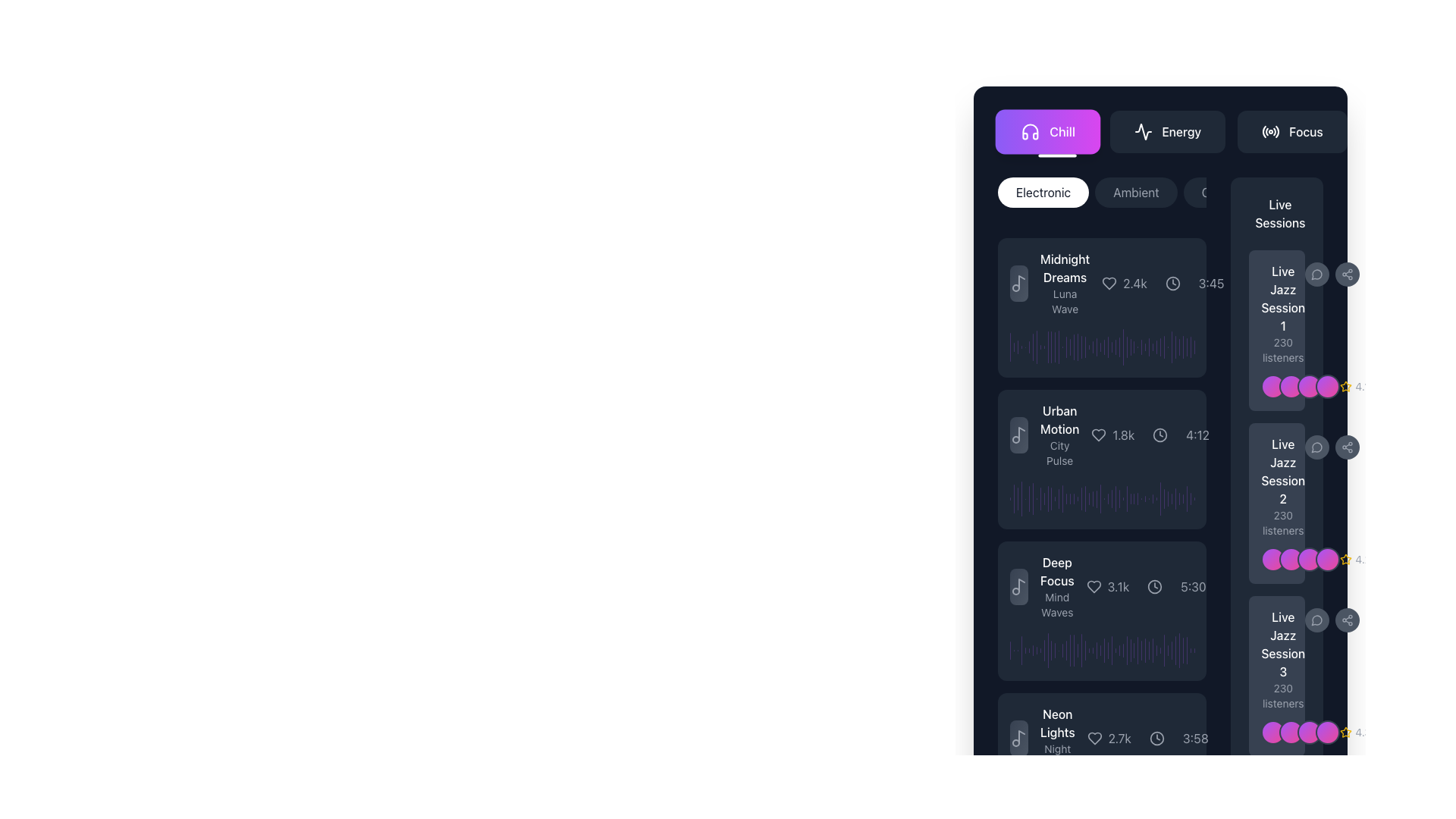 This screenshot has height=819, width=1456. I want to click on the heart-shaped icon with an outline style, located beside the text '1.8k', which represents likes or favorites, so click(1099, 435).